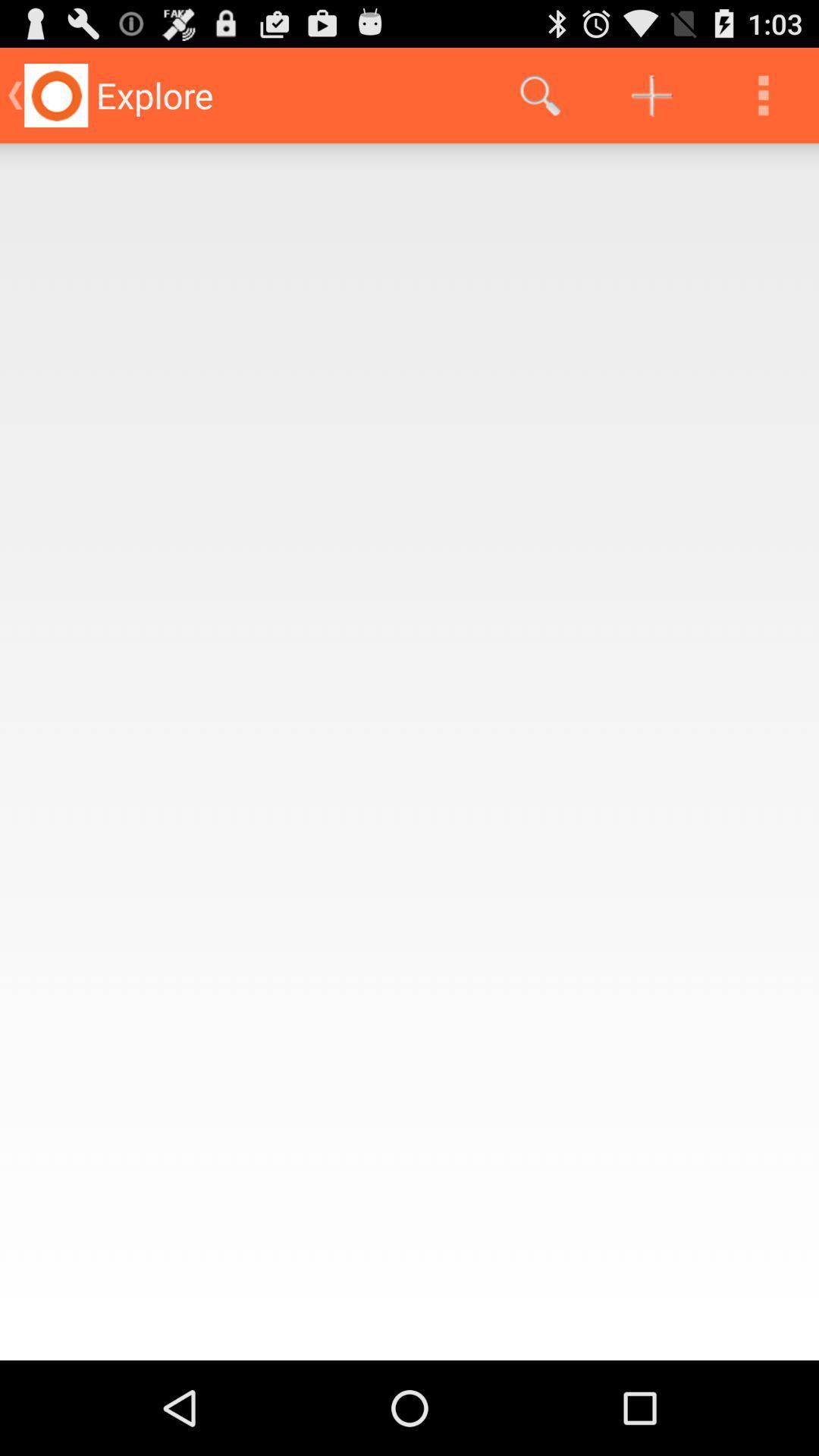 The width and height of the screenshot is (819, 1456). I want to click on the item next to explore item, so click(539, 94).